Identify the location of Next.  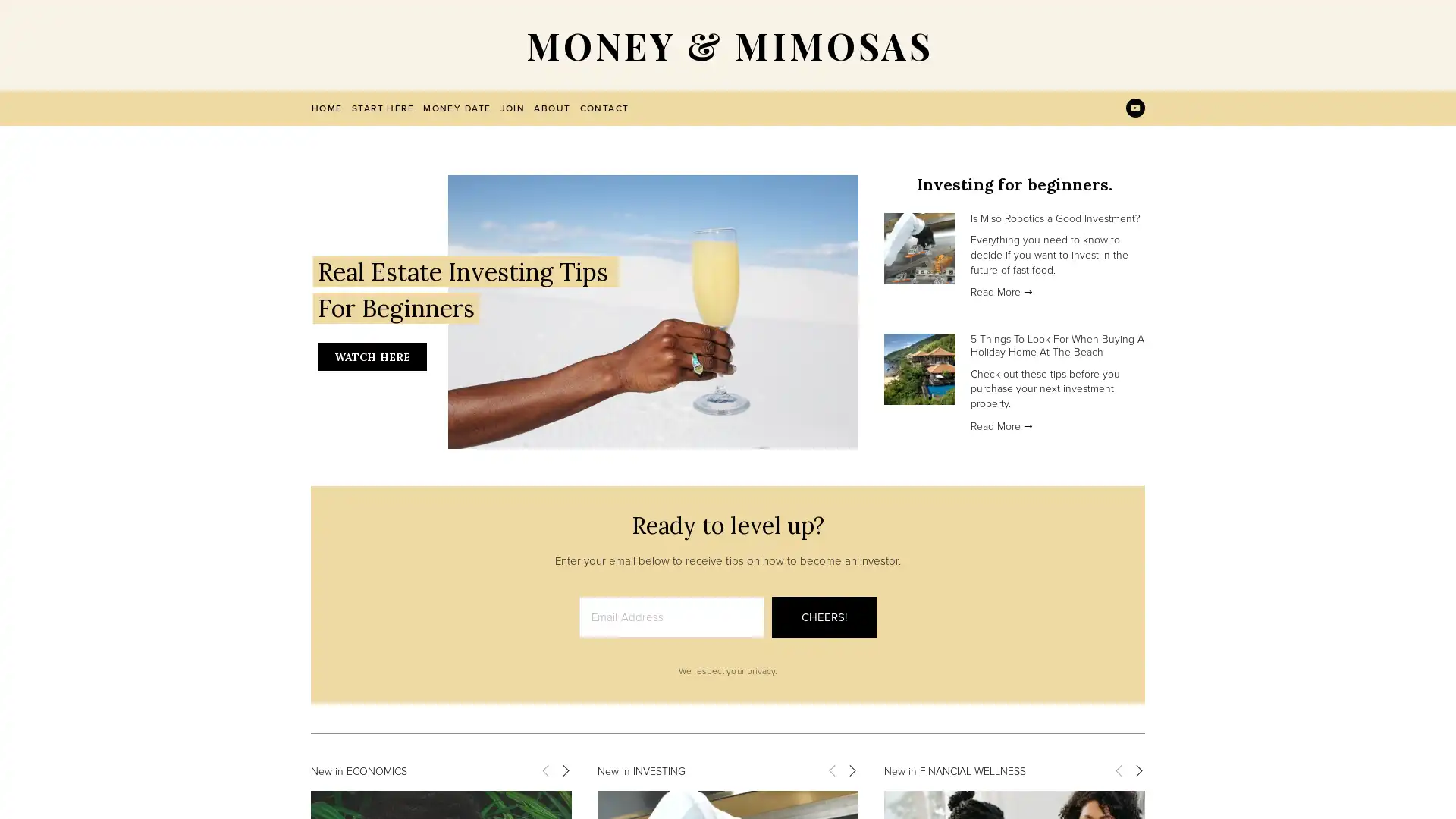
(563, 769).